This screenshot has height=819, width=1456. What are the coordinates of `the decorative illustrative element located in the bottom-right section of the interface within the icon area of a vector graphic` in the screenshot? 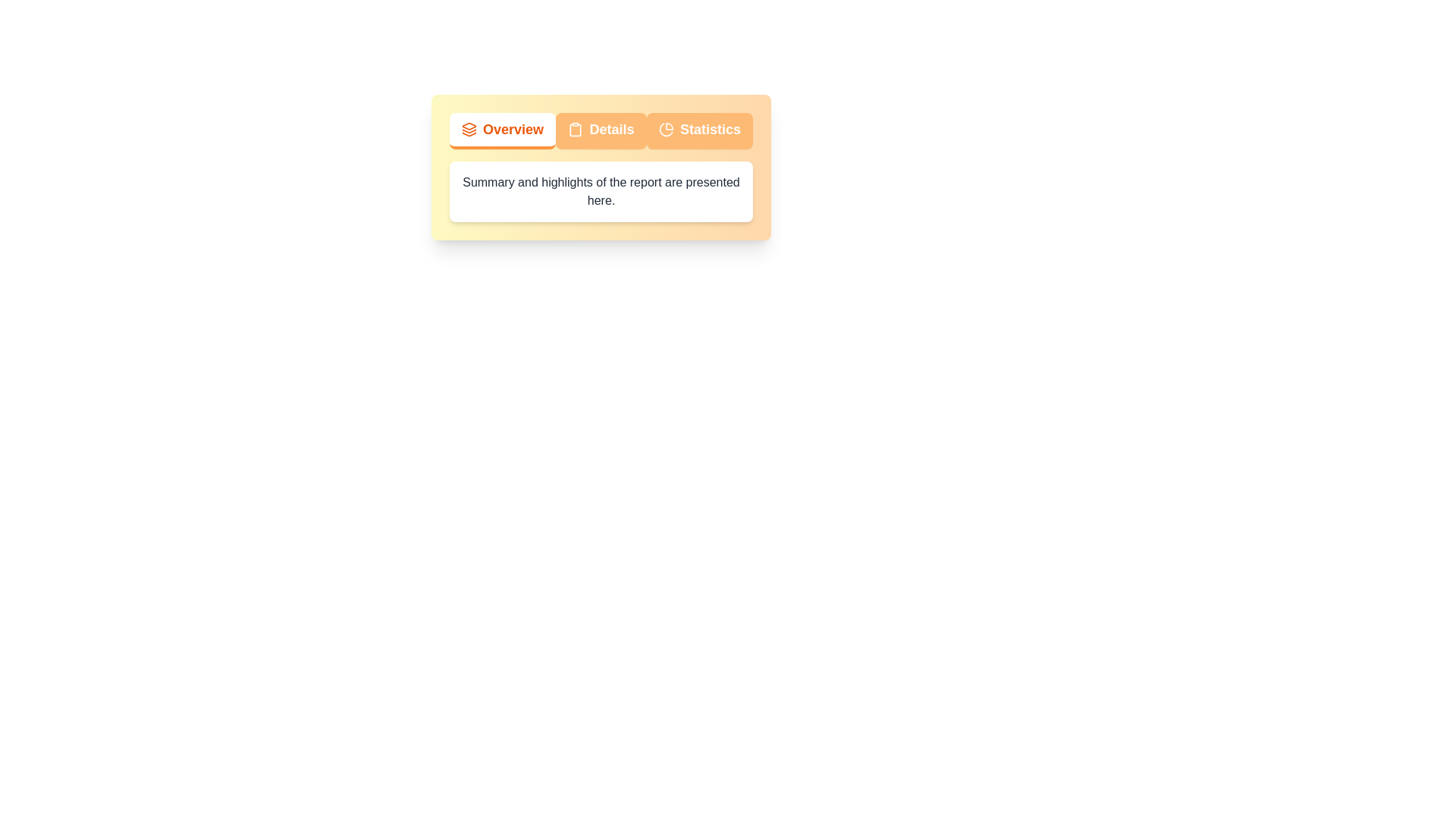 It's located at (469, 133).